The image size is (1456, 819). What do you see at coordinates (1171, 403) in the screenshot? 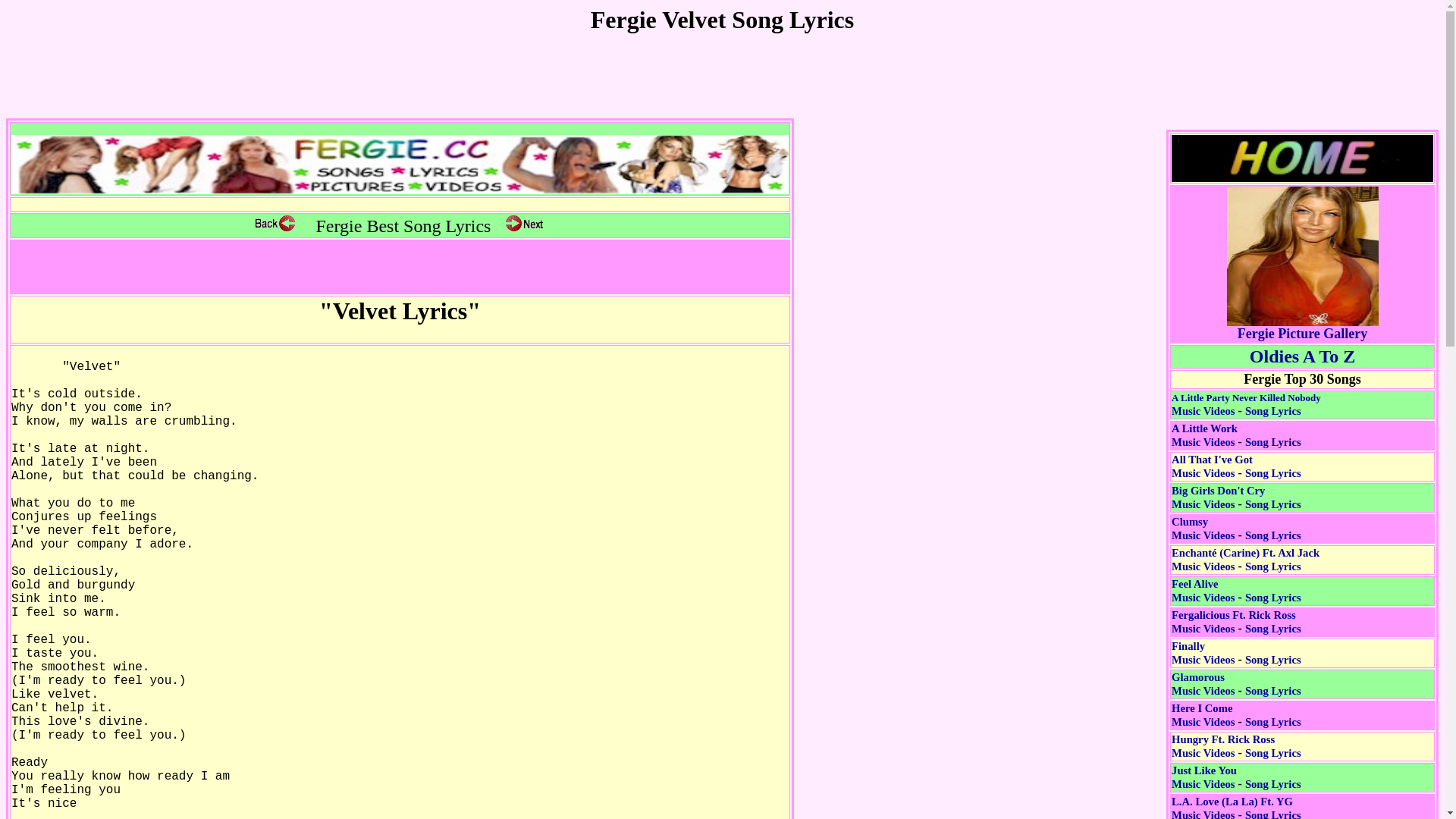
I see `'A Little Party Never Killed Nobody` at bounding box center [1171, 403].